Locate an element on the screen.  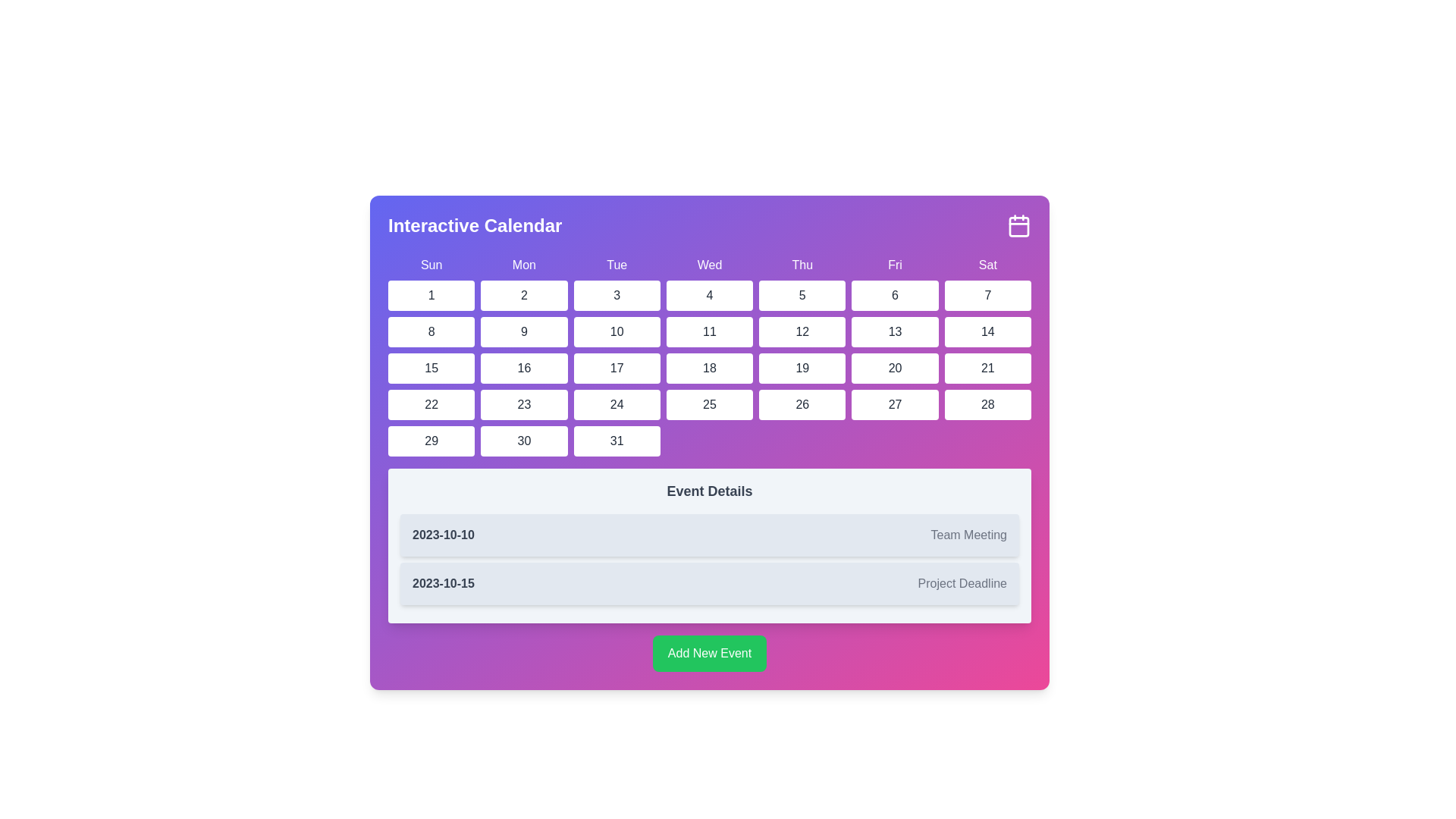
the static text label indicating the name of the event associated with the date label '2023-10-10', located in the top right corner of the 'Event Details' section is located at coordinates (968, 534).